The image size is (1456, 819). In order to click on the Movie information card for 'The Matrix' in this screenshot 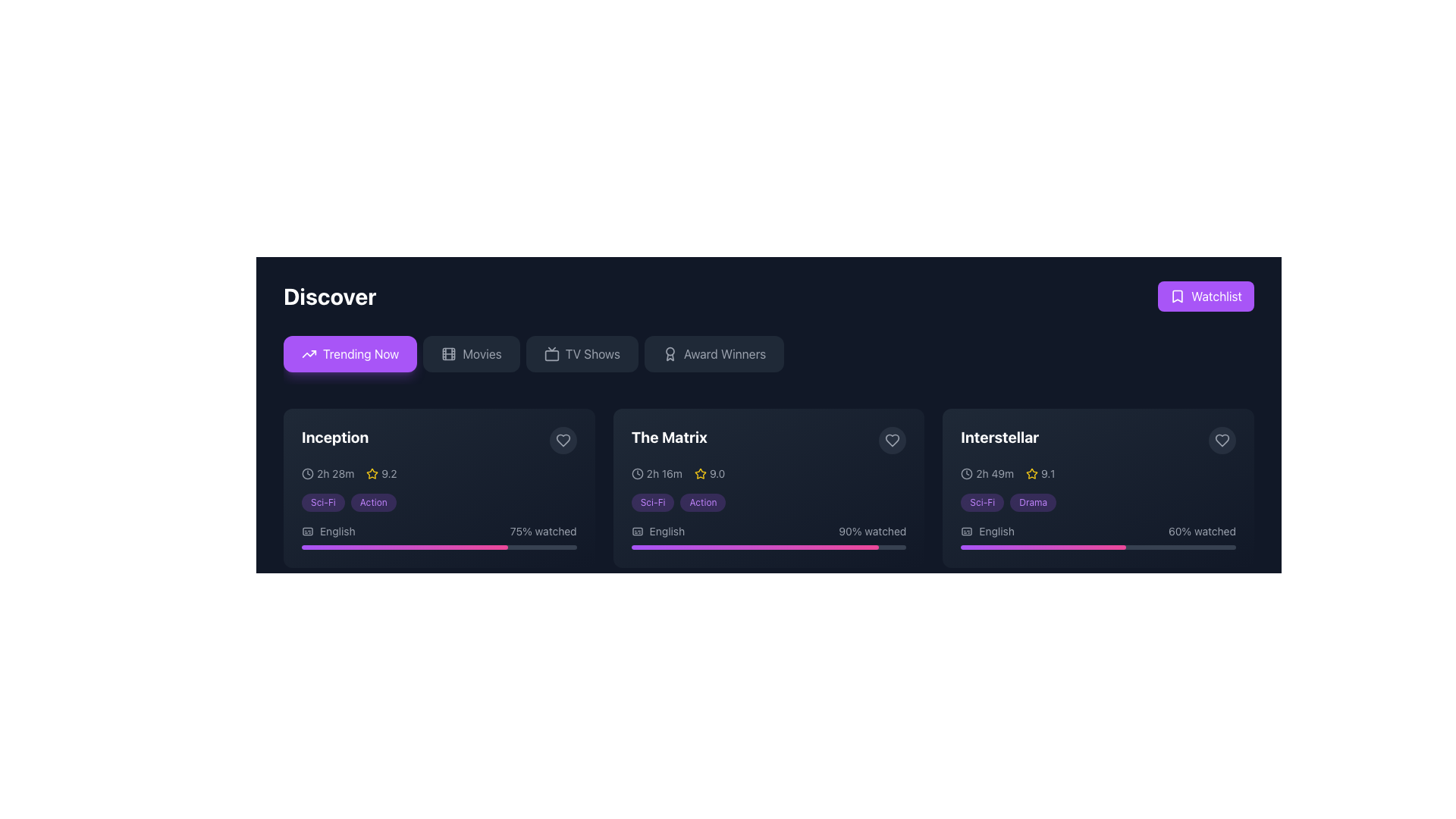, I will do `click(768, 488)`.